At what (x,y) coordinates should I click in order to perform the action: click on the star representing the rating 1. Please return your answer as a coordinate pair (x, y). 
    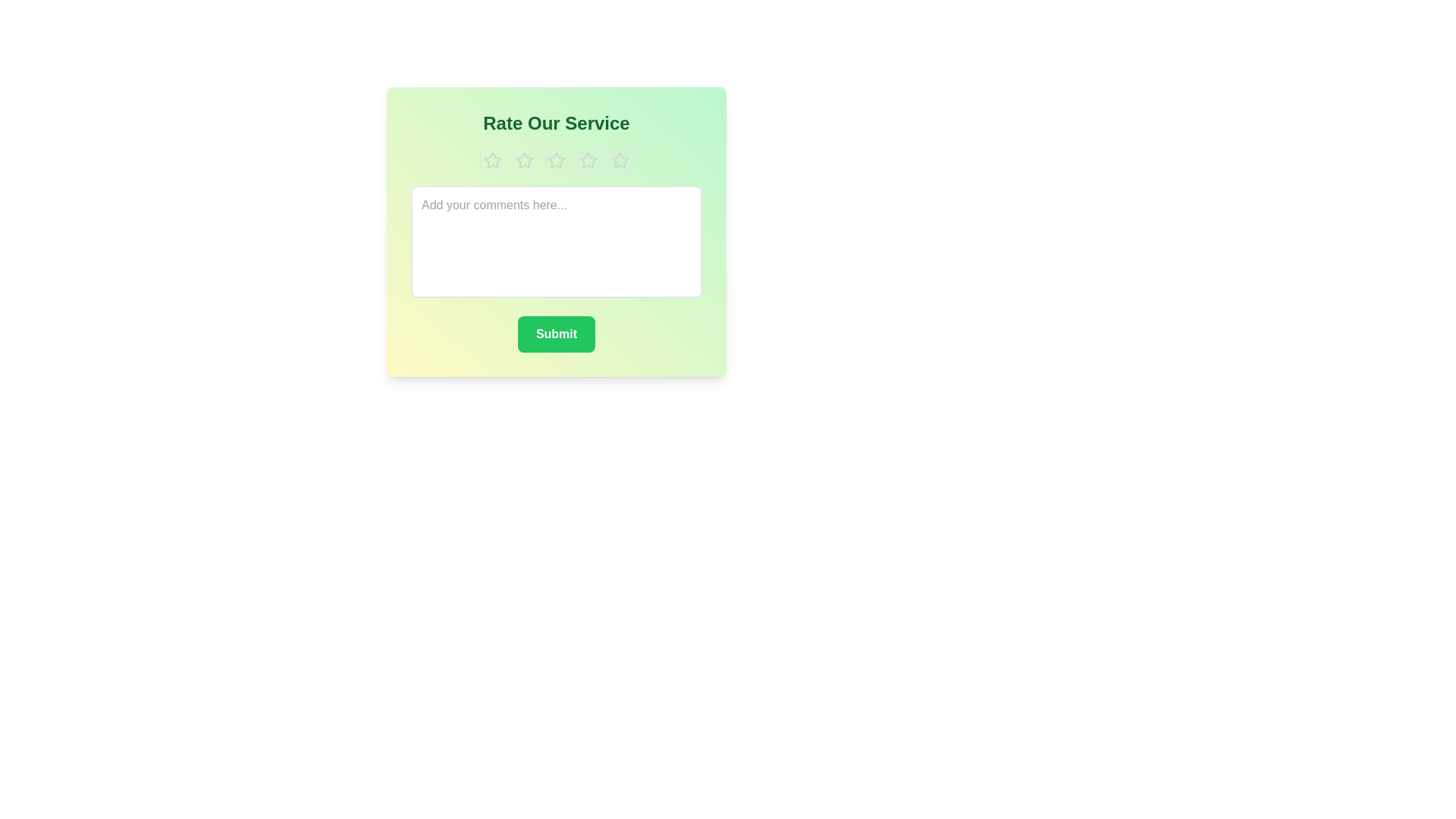
    Looking at the image, I should click on (492, 161).